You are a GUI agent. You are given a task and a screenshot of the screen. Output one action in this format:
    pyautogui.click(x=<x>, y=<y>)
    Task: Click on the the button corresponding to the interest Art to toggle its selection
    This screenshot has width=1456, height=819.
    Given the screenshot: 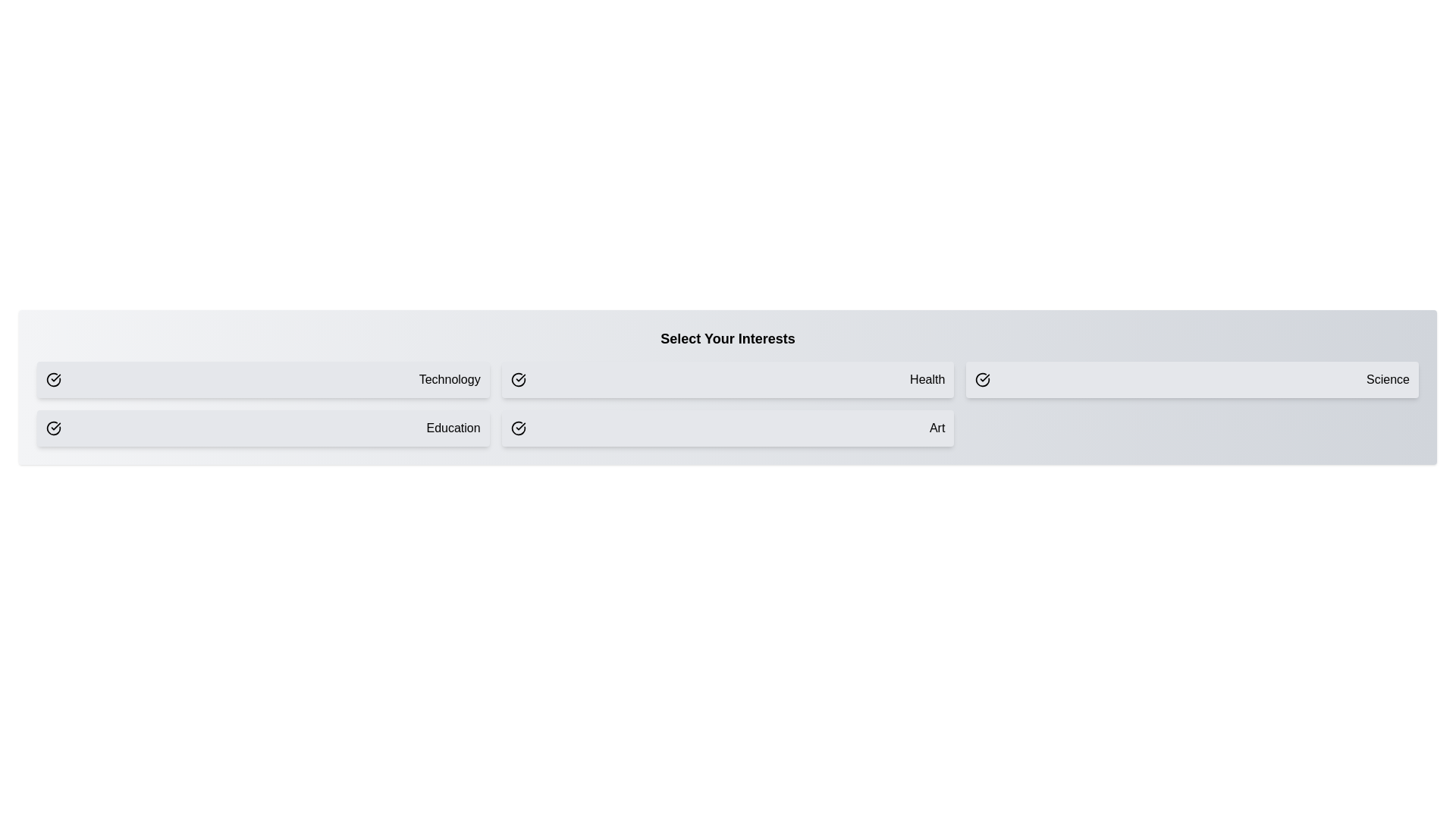 What is the action you would take?
    pyautogui.click(x=728, y=428)
    